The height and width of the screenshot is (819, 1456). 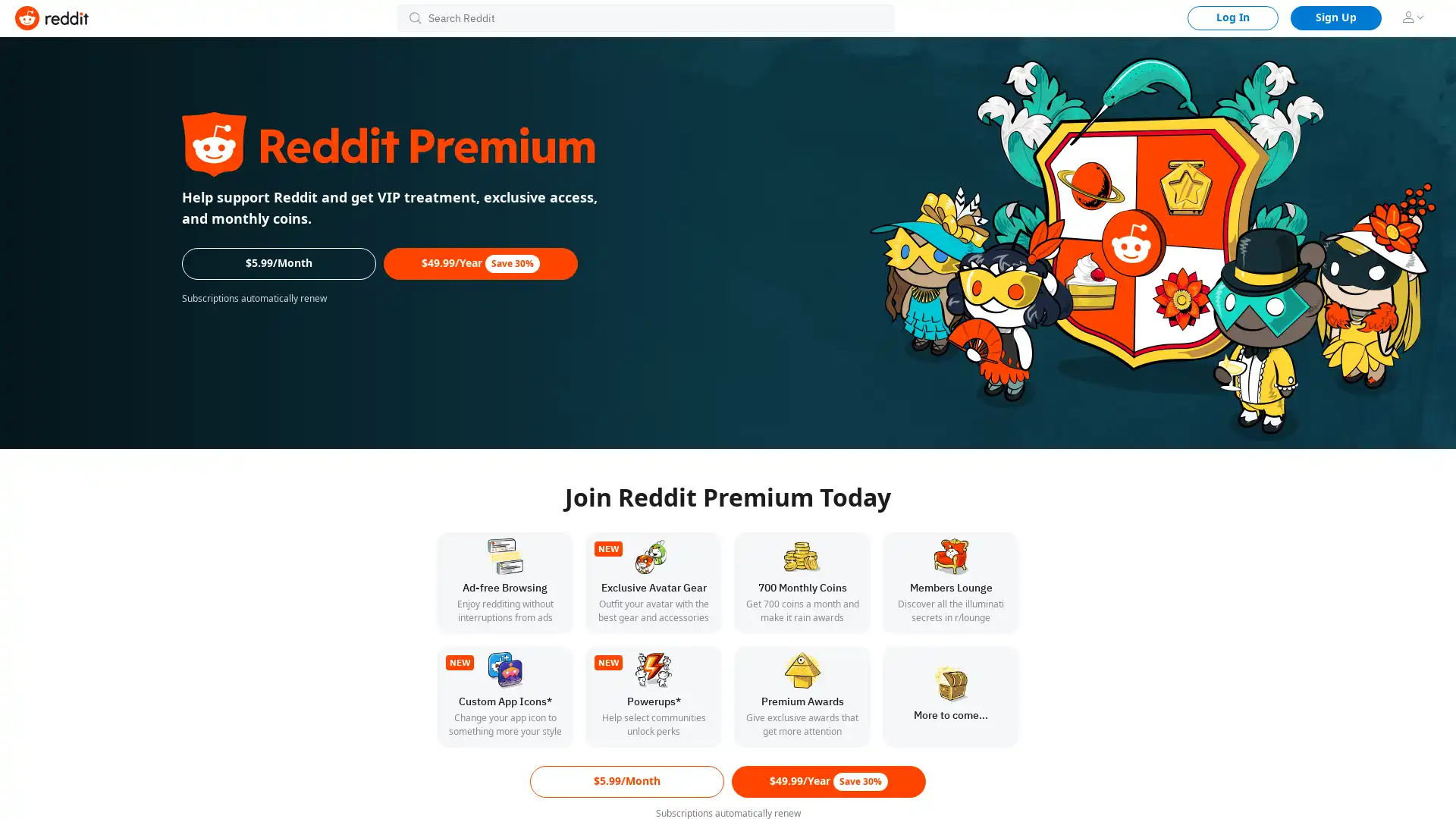 I want to click on Sign Up, so click(x=1335, y=17).